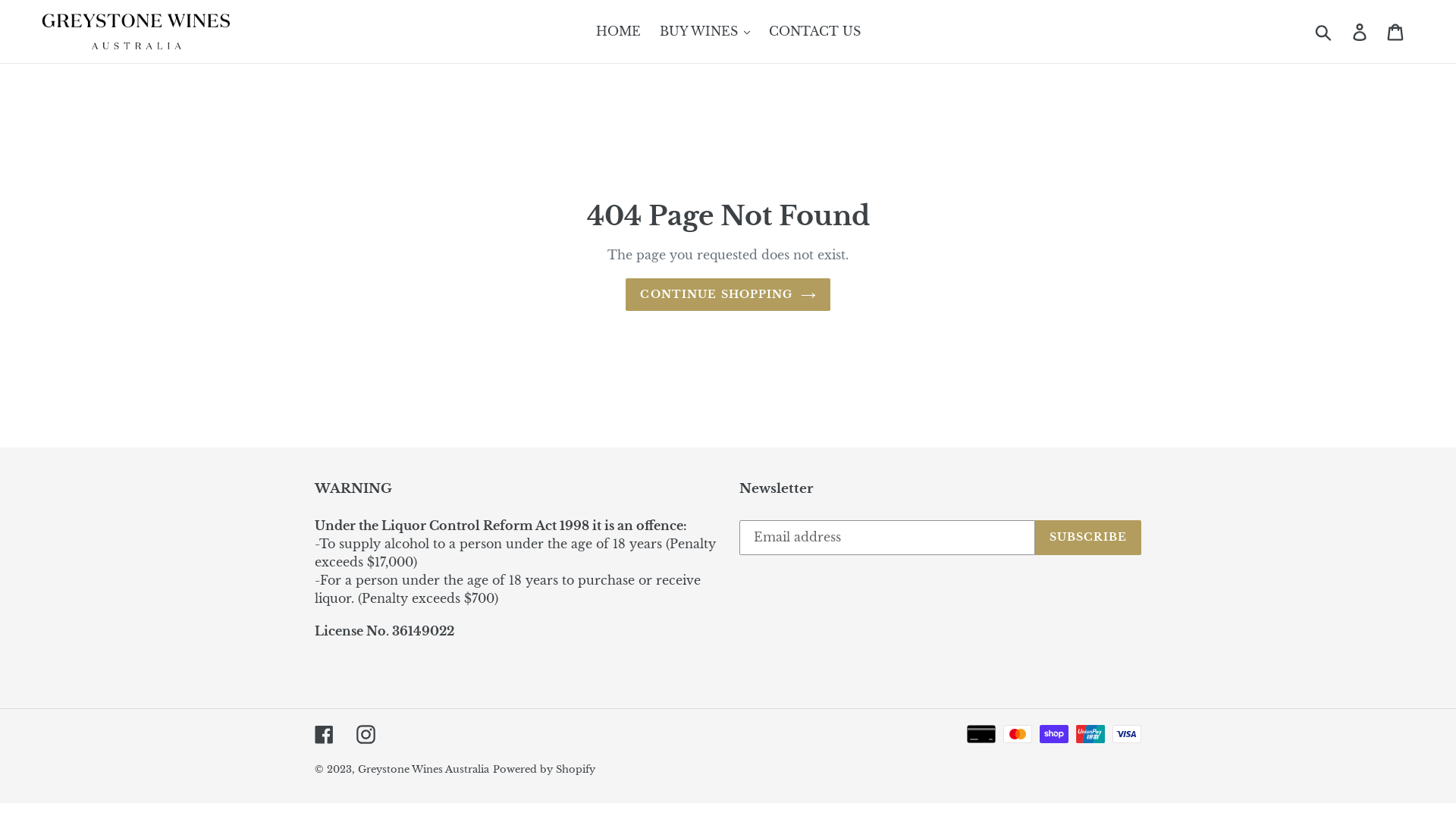  I want to click on 'SUBSCRIBE', so click(1087, 536).